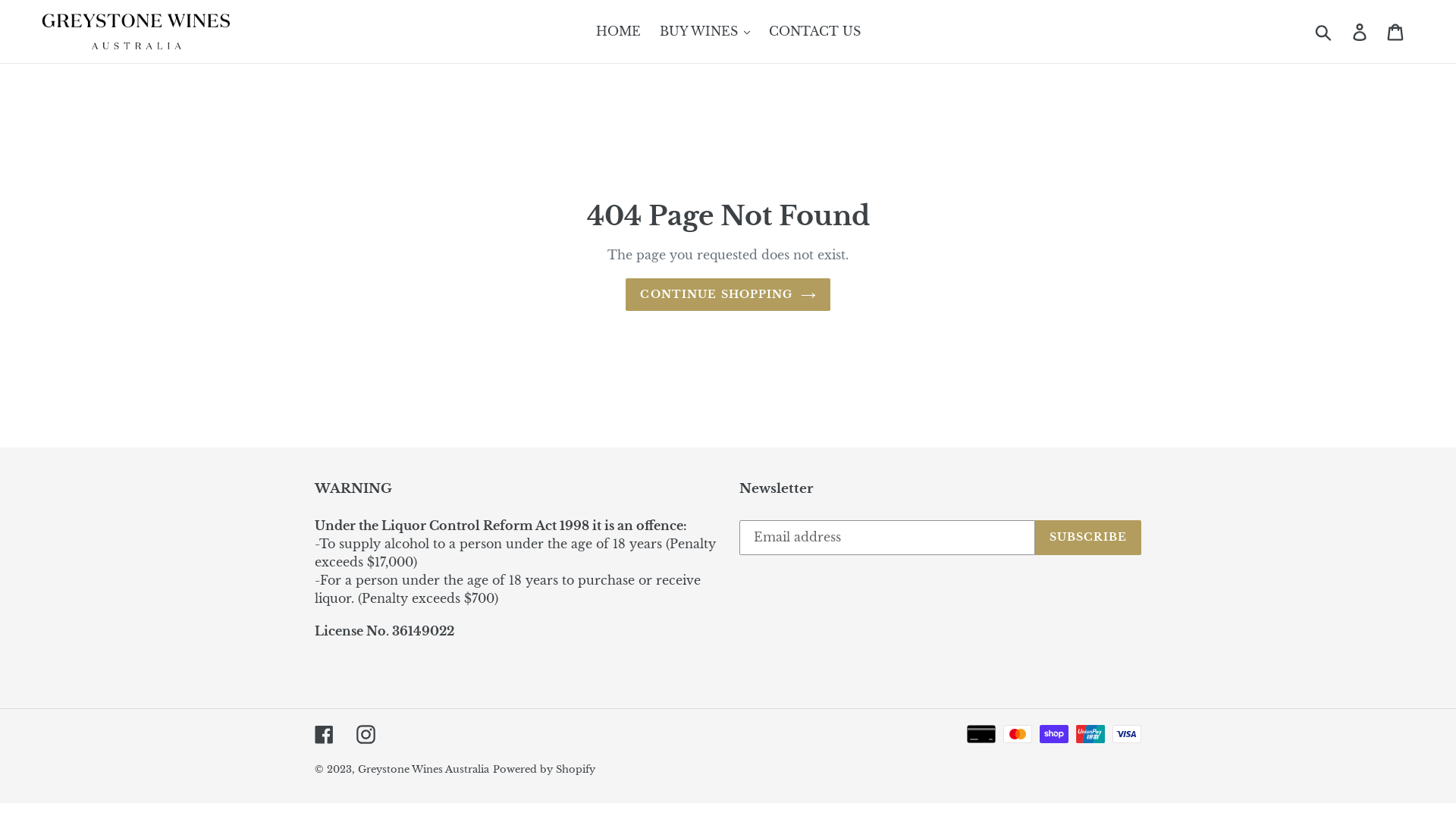  I want to click on 'SUBSCRIBE', so click(1087, 536).